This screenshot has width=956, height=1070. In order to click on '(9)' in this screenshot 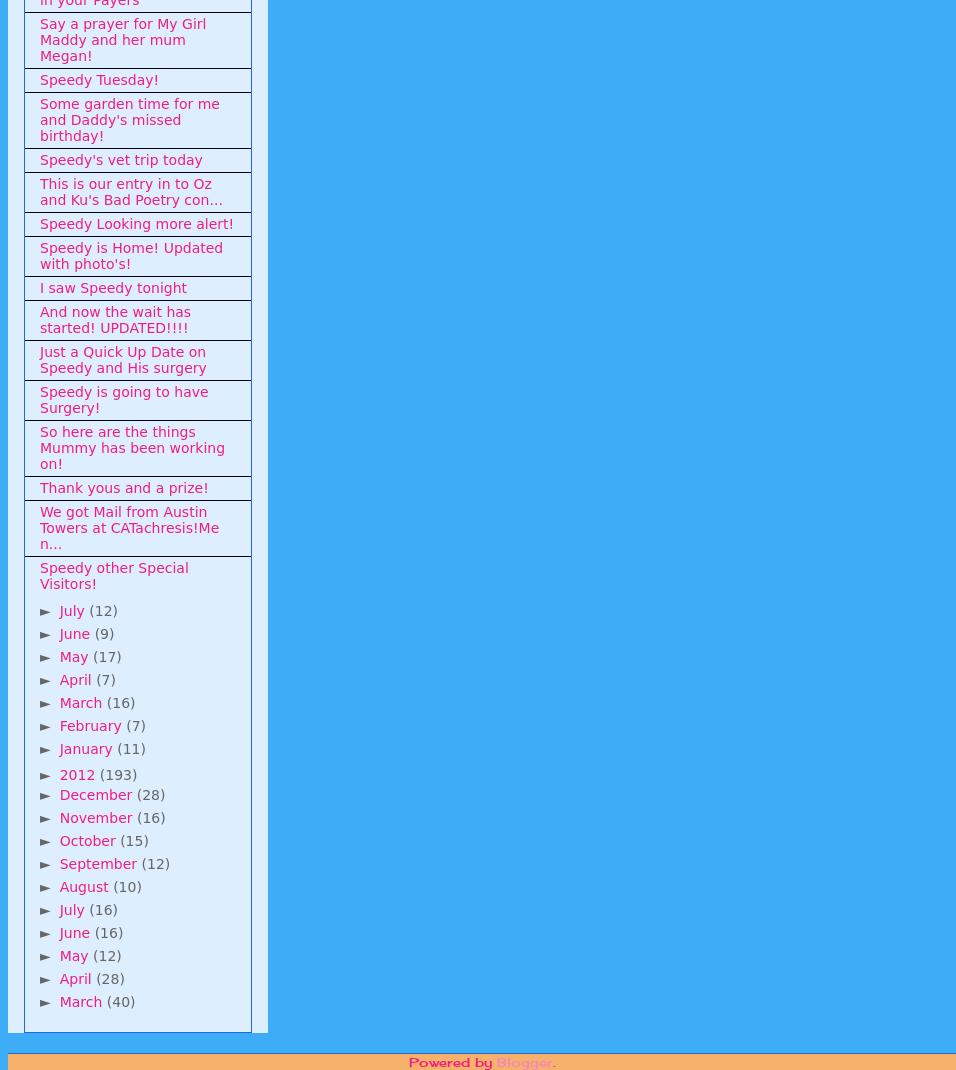, I will do `click(92, 633)`.